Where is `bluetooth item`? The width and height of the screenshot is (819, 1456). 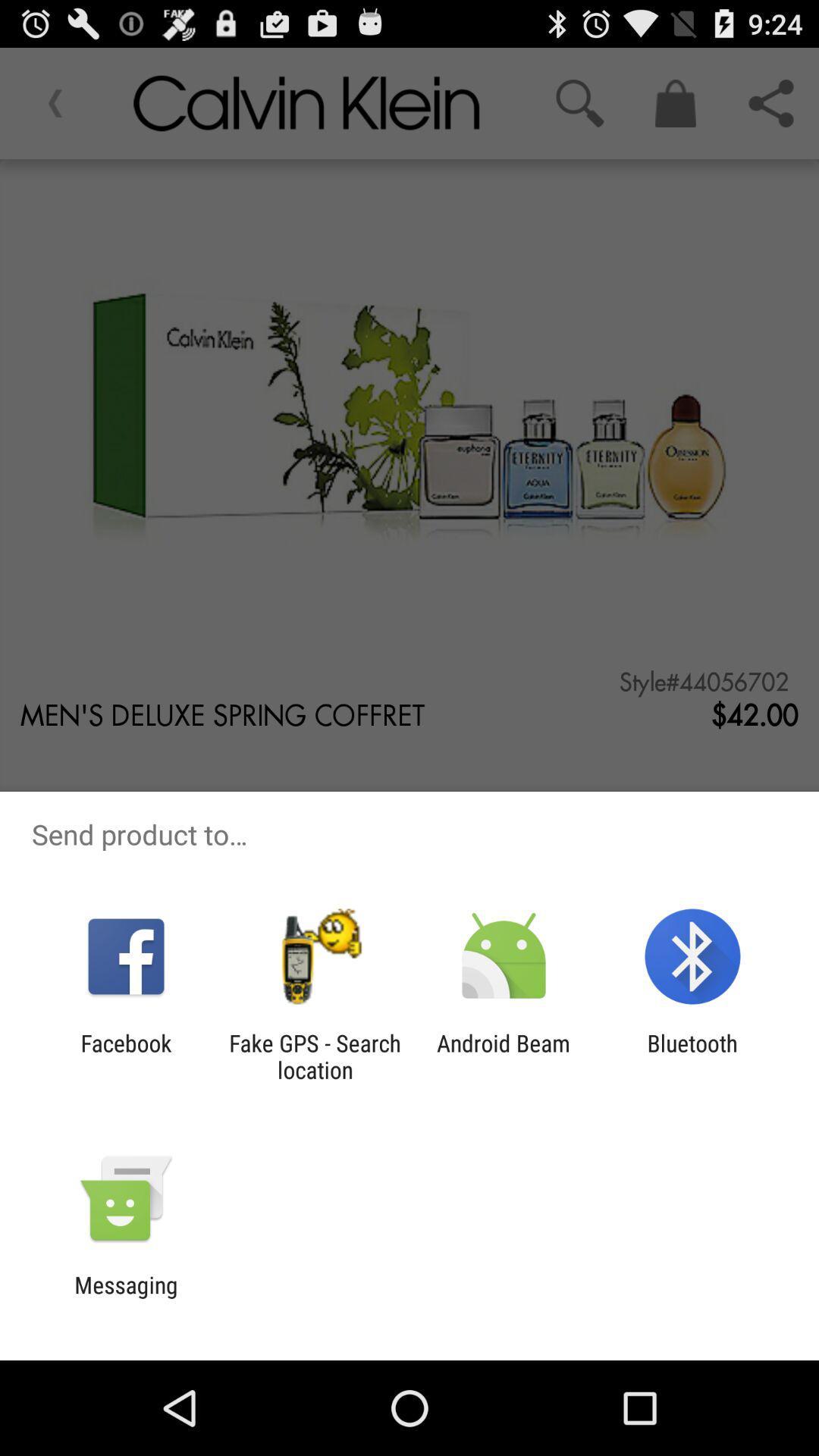 bluetooth item is located at coordinates (692, 1056).